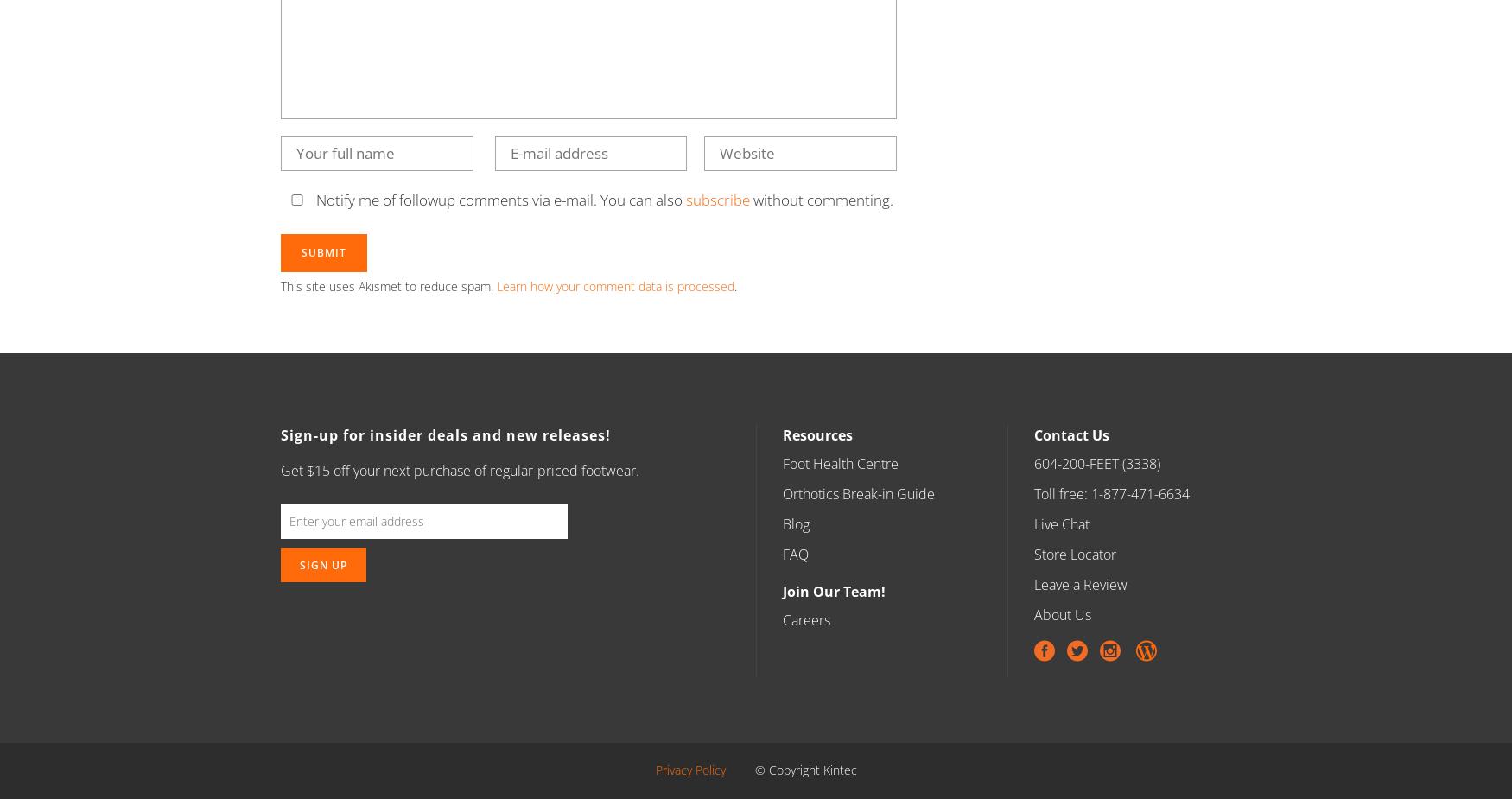 The width and height of the screenshot is (1512, 799). What do you see at coordinates (795, 523) in the screenshot?
I see `'Blog'` at bounding box center [795, 523].